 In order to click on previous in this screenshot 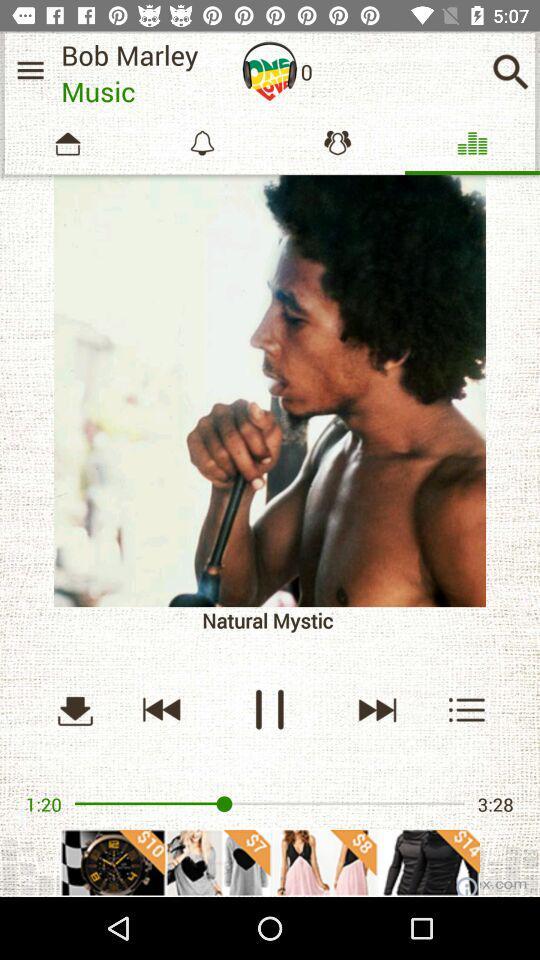, I will do `click(161, 709)`.